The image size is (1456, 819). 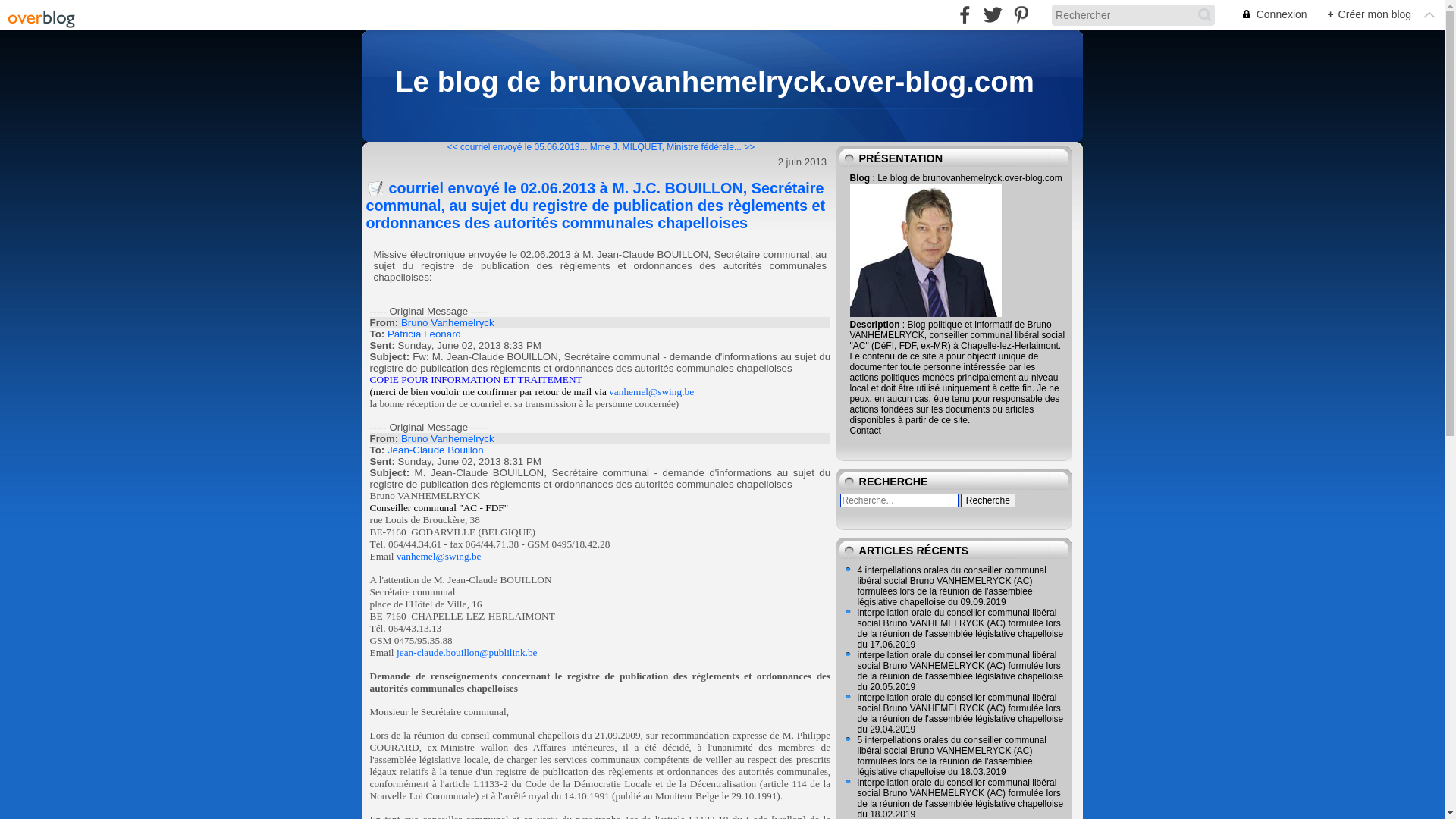 I want to click on ' facebook', so click(x=964, y=14).